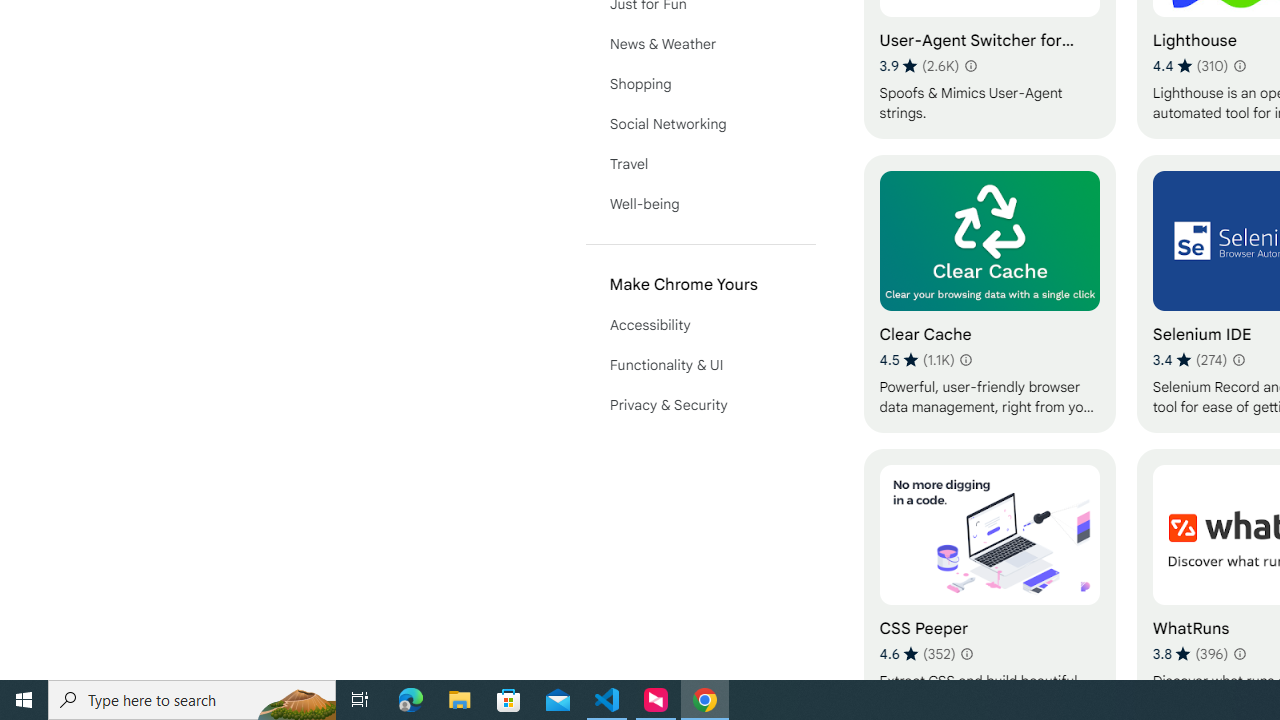  I want to click on 'Average rating 4.5 out of 5 stars. 1.1K ratings.', so click(916, 360).